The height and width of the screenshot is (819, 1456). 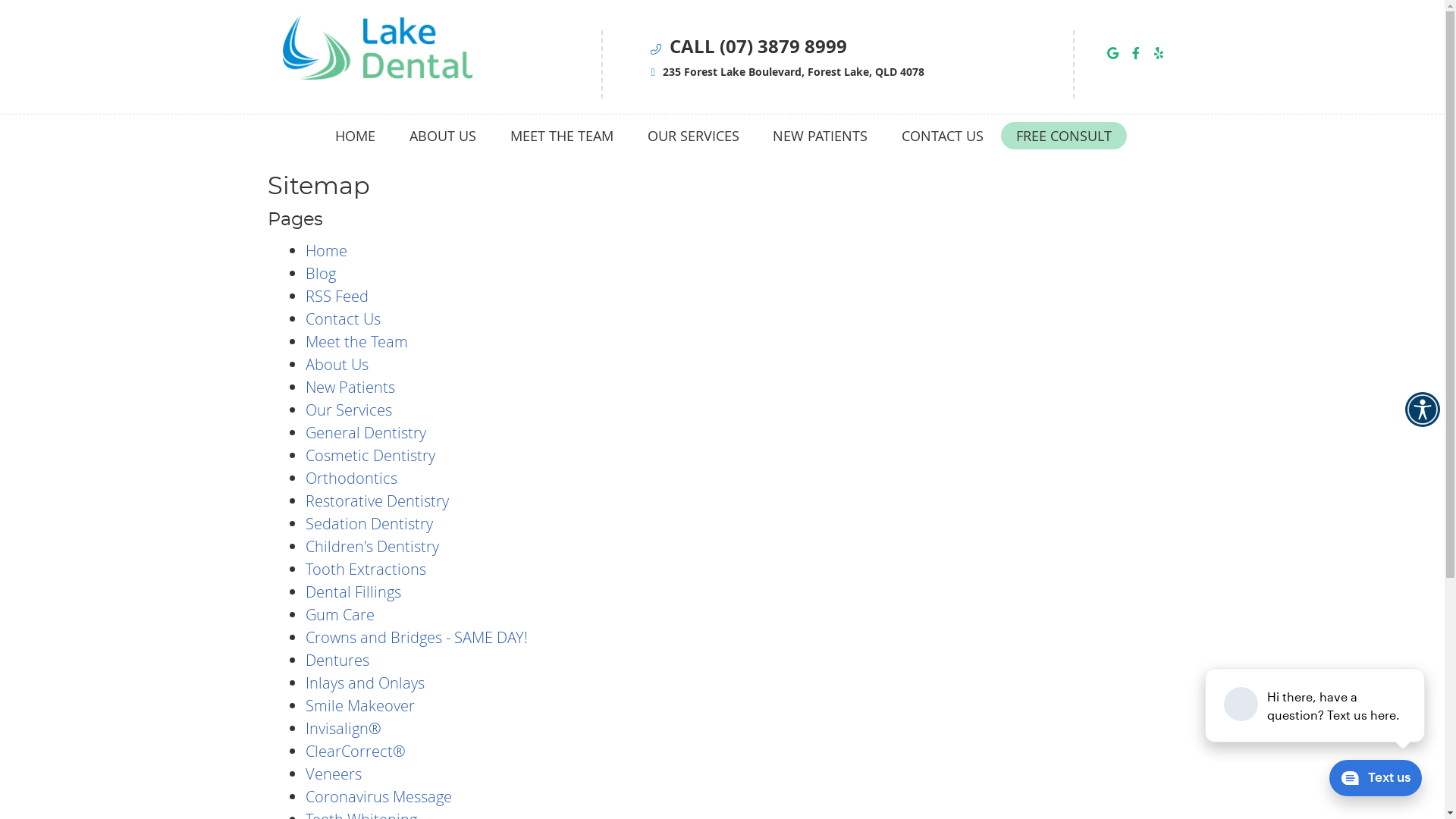 I want to click on 'Our Services', so click(x=347, y=409).